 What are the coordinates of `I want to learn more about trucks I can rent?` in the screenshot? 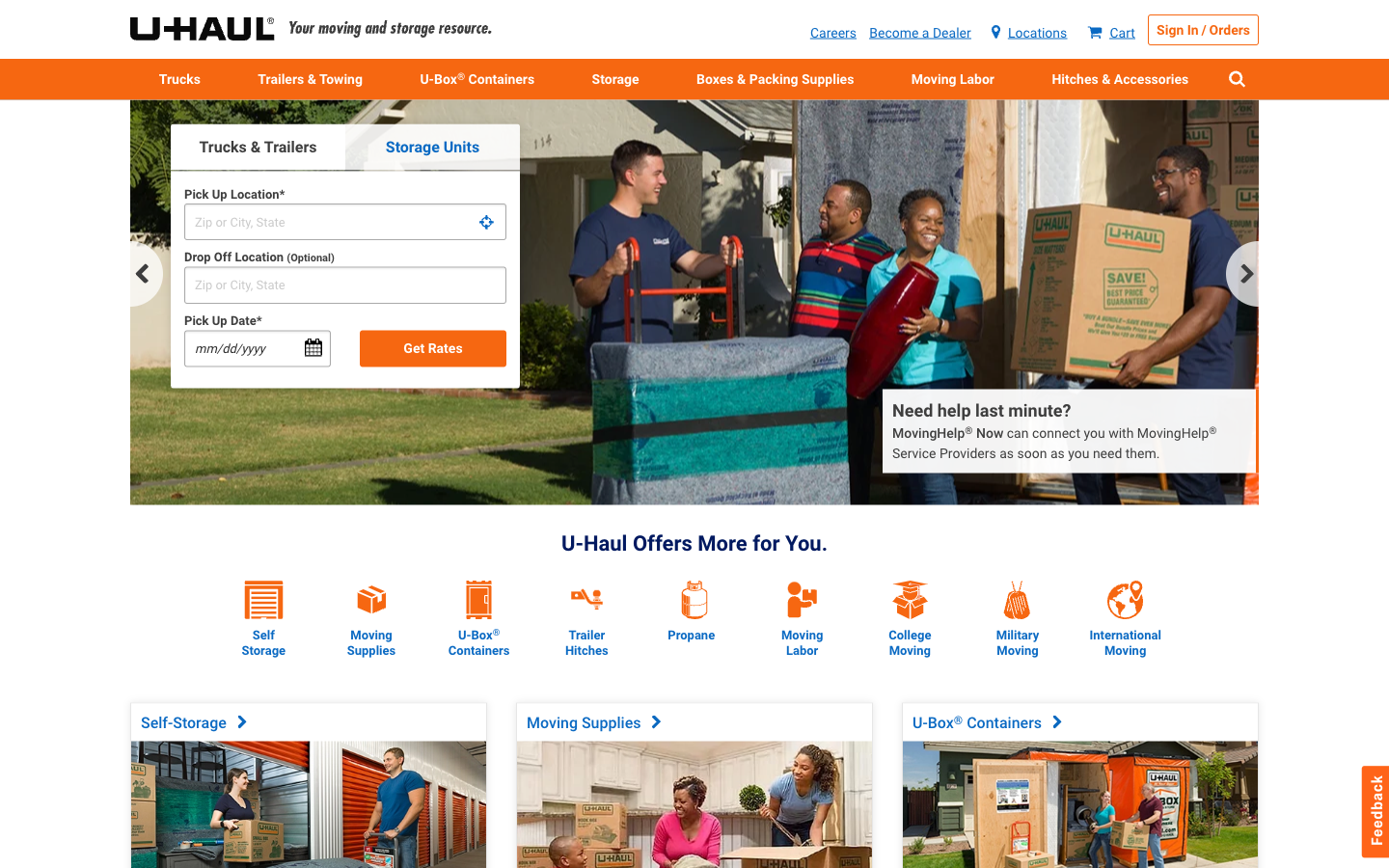 It's located at (179, 77).